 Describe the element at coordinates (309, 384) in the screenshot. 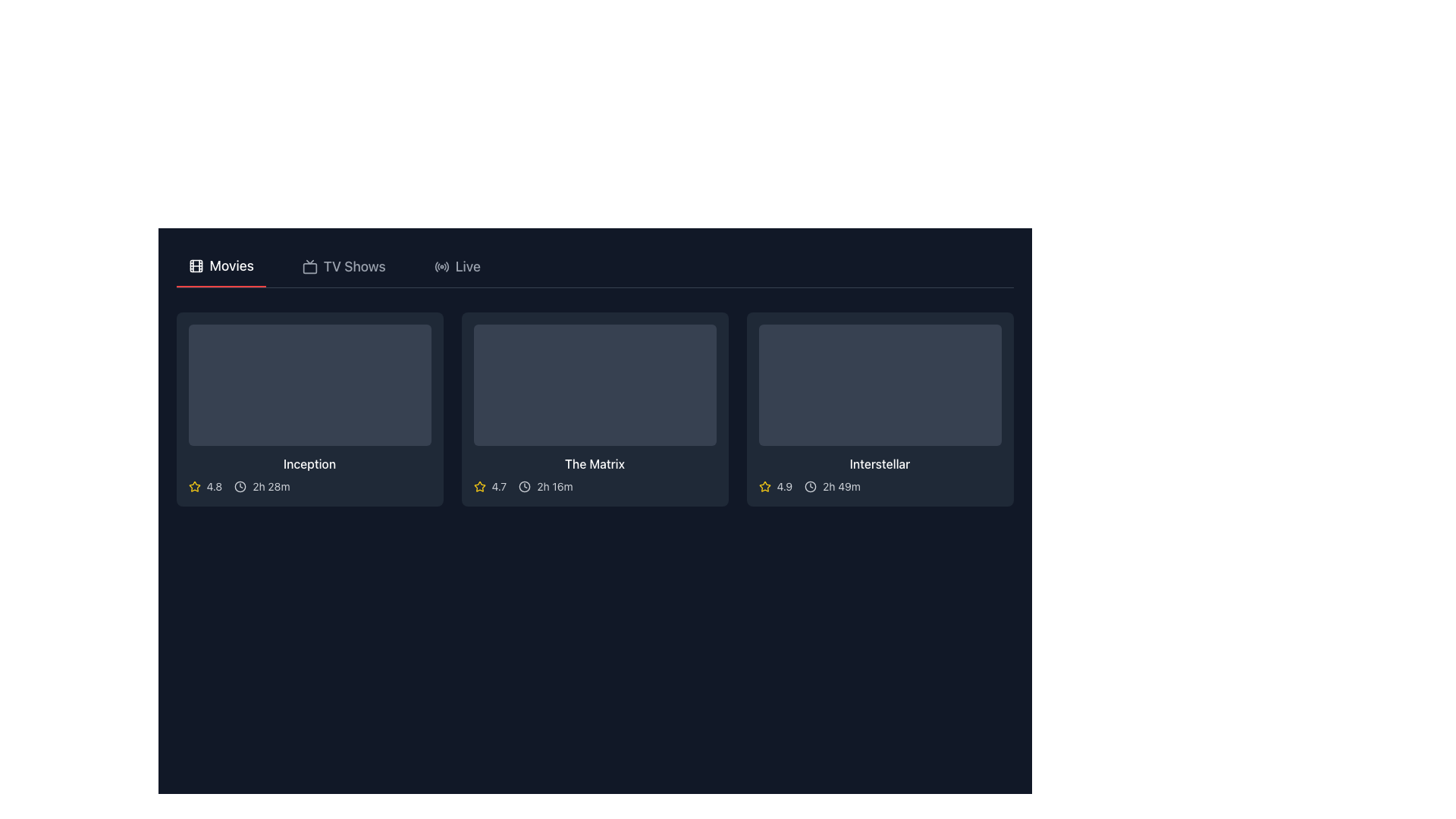

I see `the image placeholder for the movie 'Inception'` at that location.